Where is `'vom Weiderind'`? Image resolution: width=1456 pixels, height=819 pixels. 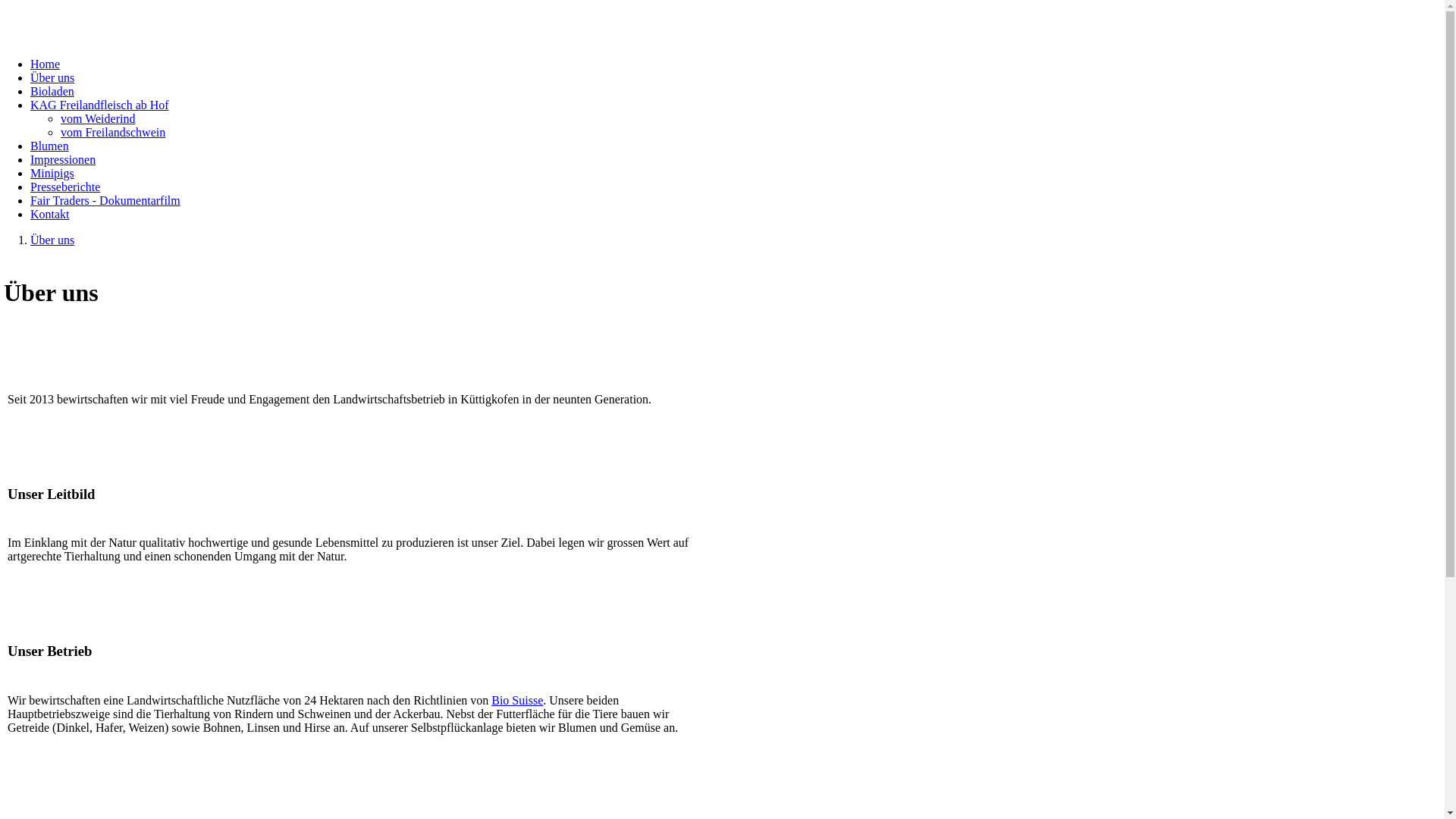 'vom Weiderind' is located at coordinates (97, 118).